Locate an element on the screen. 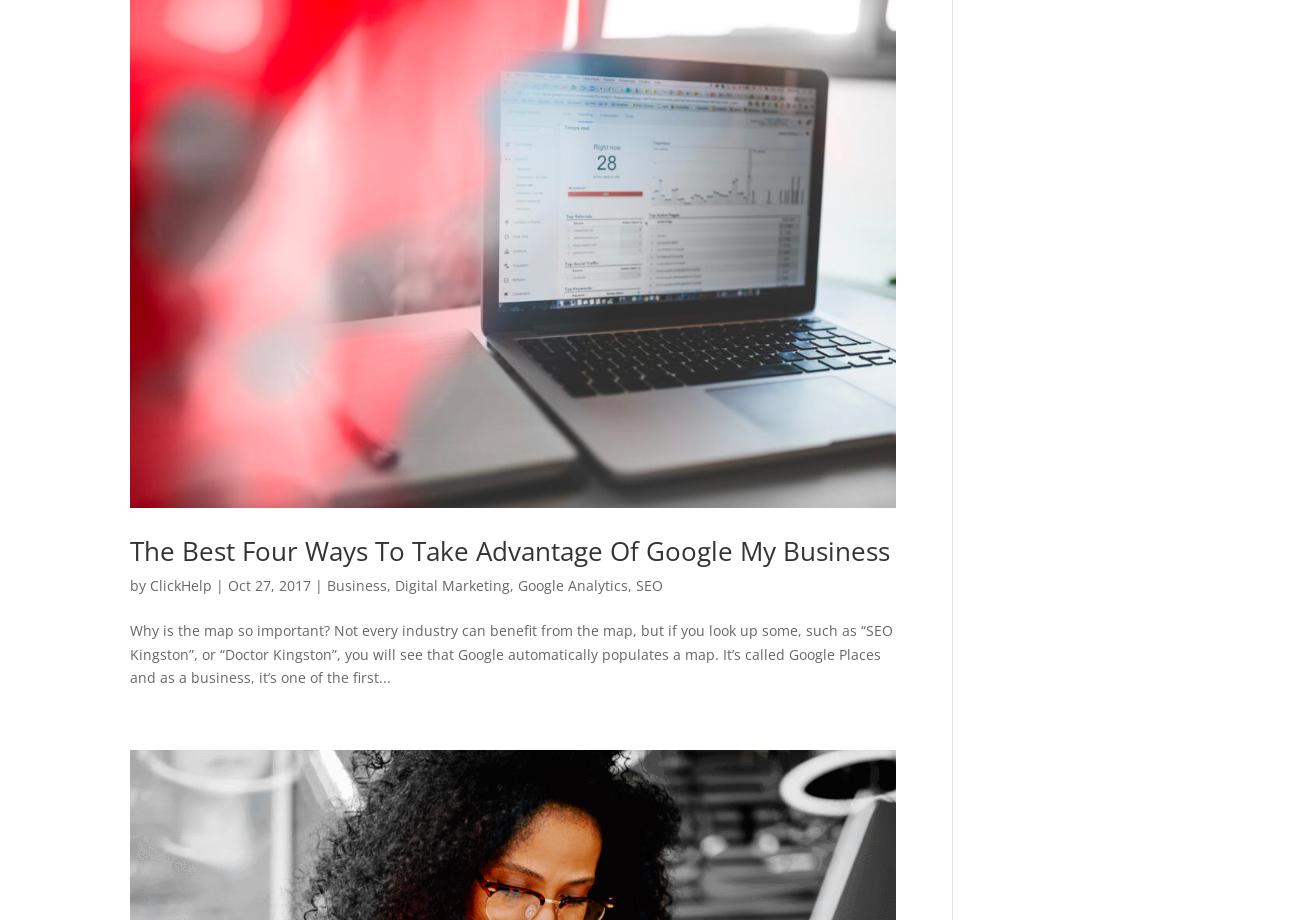 The width and height of the screenshot is (1300, 920). 'Digital Marketing' is located at coordinates (451, 584).